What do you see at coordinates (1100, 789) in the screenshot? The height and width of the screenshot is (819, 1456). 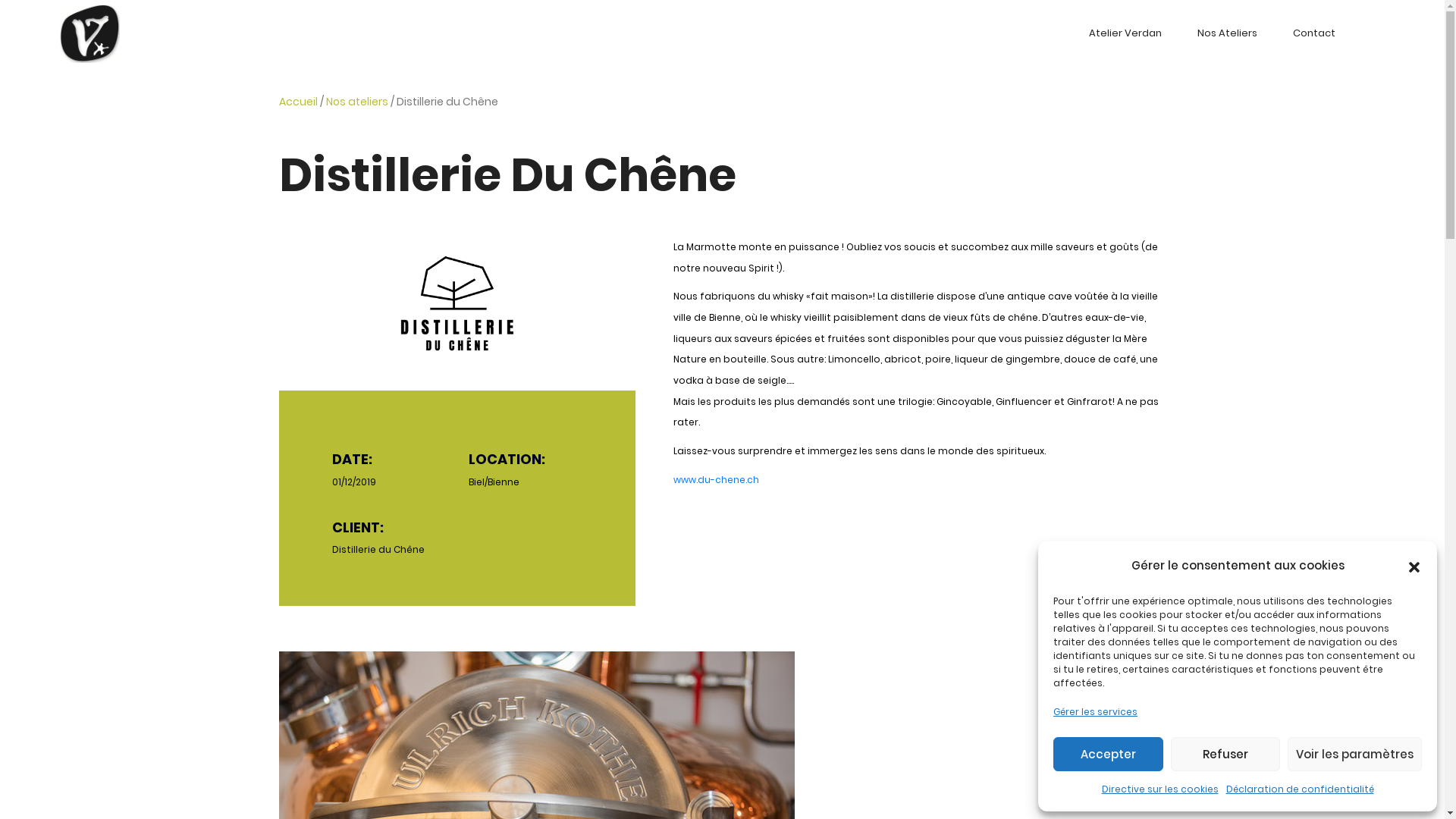 I see `'Directive sur les cookies'` at bounding box center [1100, 789].